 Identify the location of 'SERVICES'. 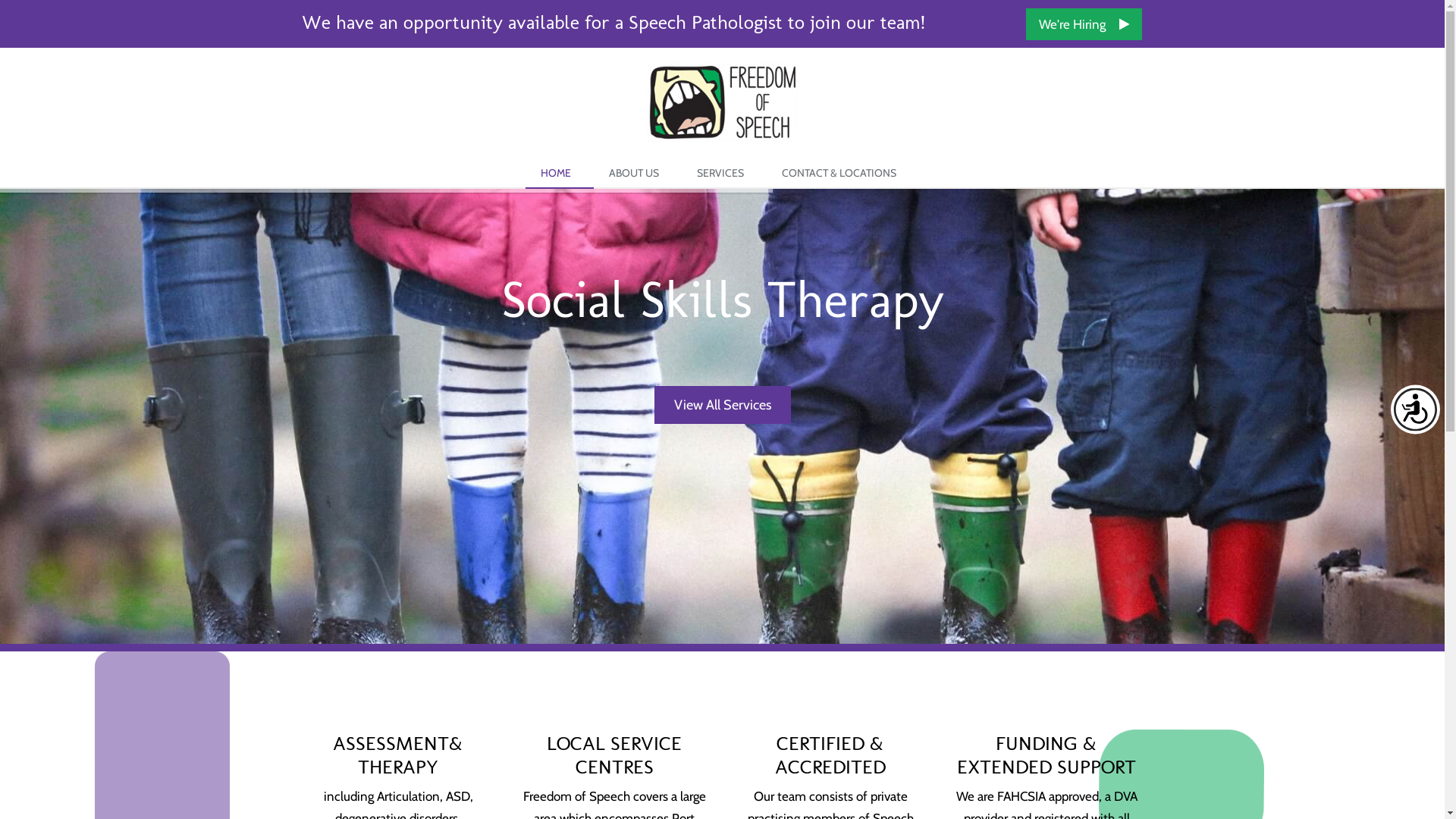
(723, 172).